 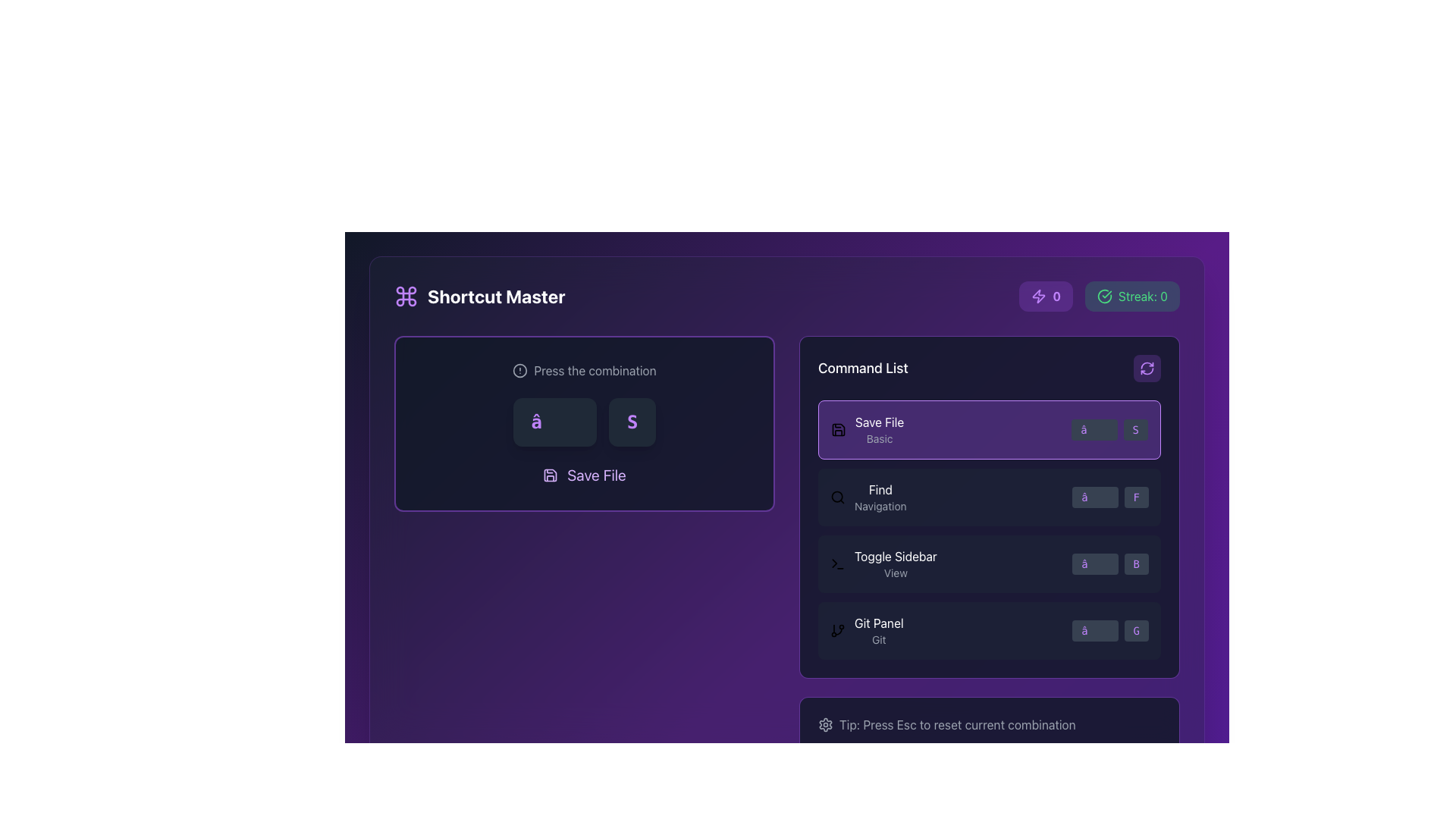 I want to click on informational text section that suggests pressing the 'Esc' key to reset the current combination, located at the bottom of the right column beneath the 'Command List', so click(x=990, y=724).